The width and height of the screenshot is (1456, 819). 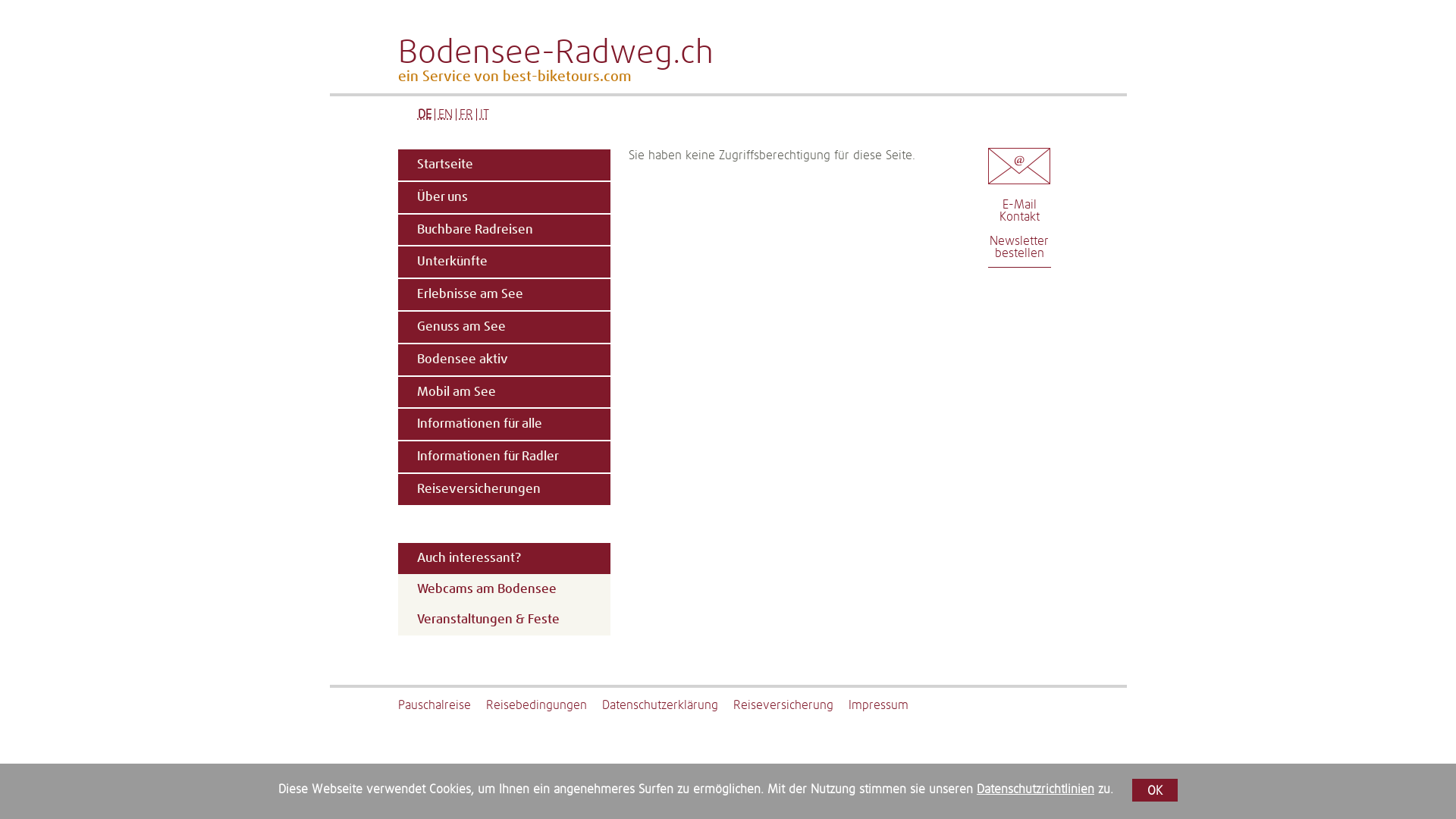 What do you see at coordinates (1153, 789) in the screenshot?
I see `'OK'` at bounding box center [1153, 789].